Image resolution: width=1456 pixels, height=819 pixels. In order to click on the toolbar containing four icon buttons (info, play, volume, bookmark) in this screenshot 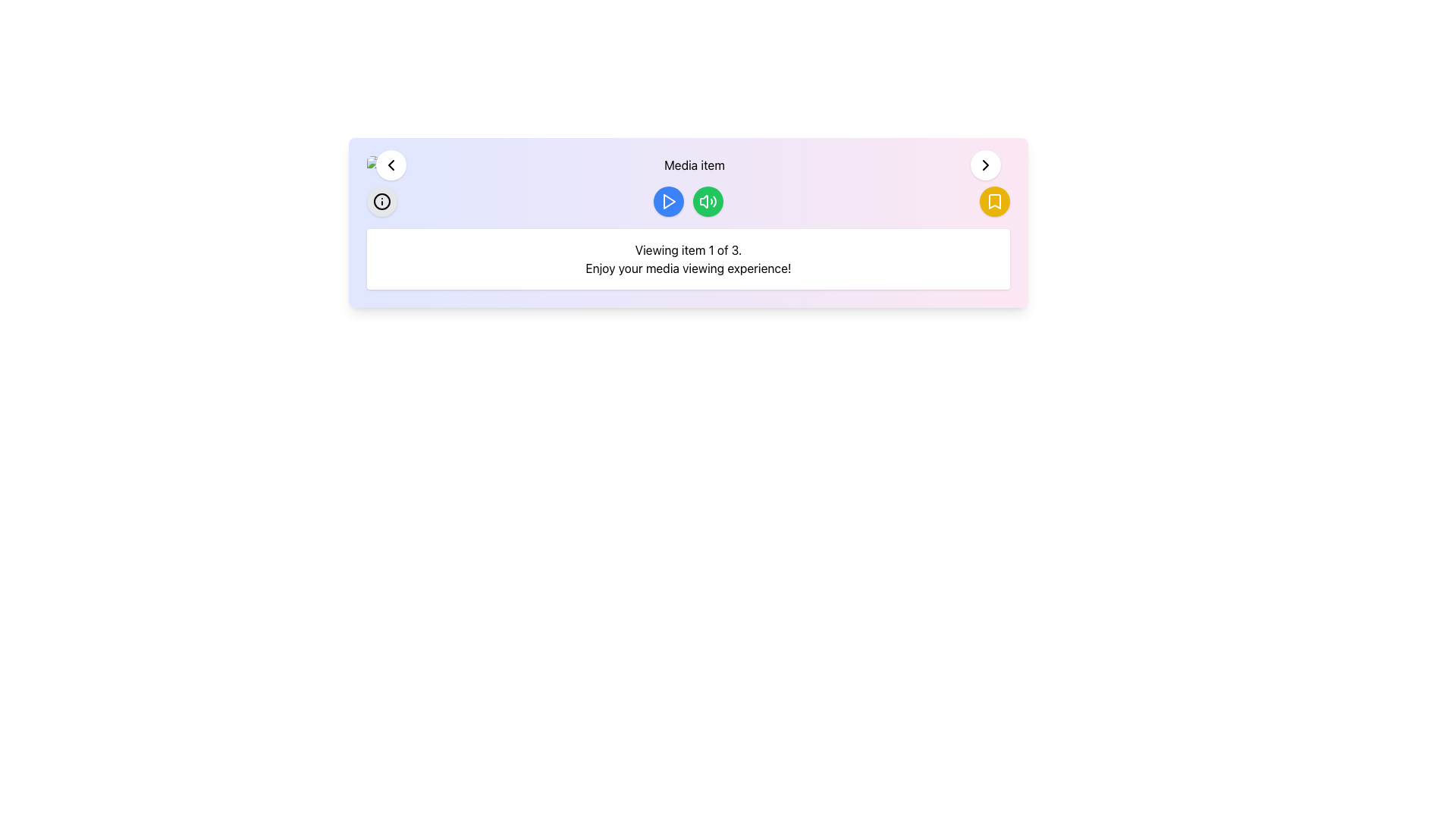, I will do `click(687, 201)`.